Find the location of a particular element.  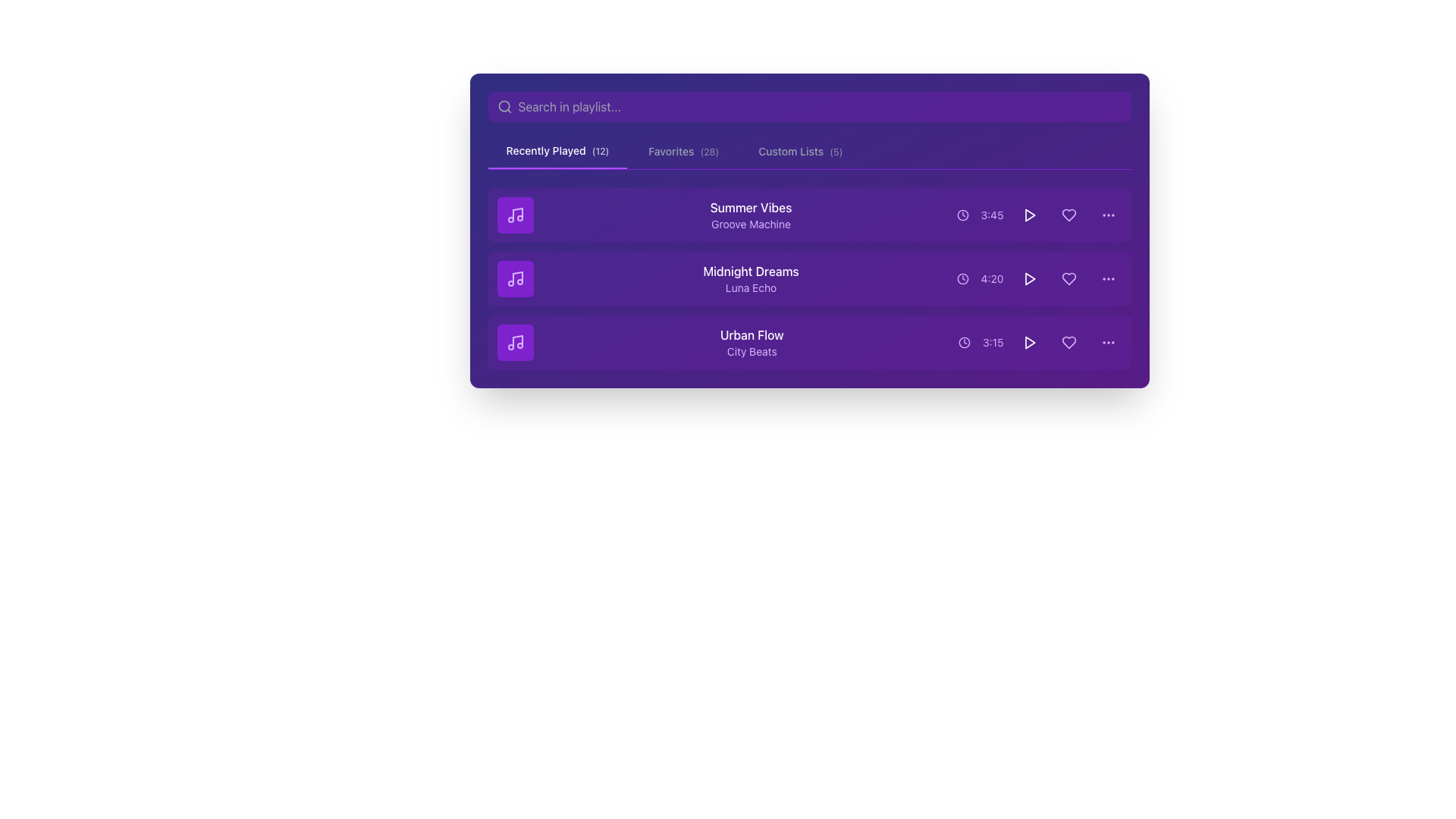

the play button located to the right of the duration and next to the heart-shaped button in the second row of the playlist items for keyboard interaction is located at coordinates (1029, 278).